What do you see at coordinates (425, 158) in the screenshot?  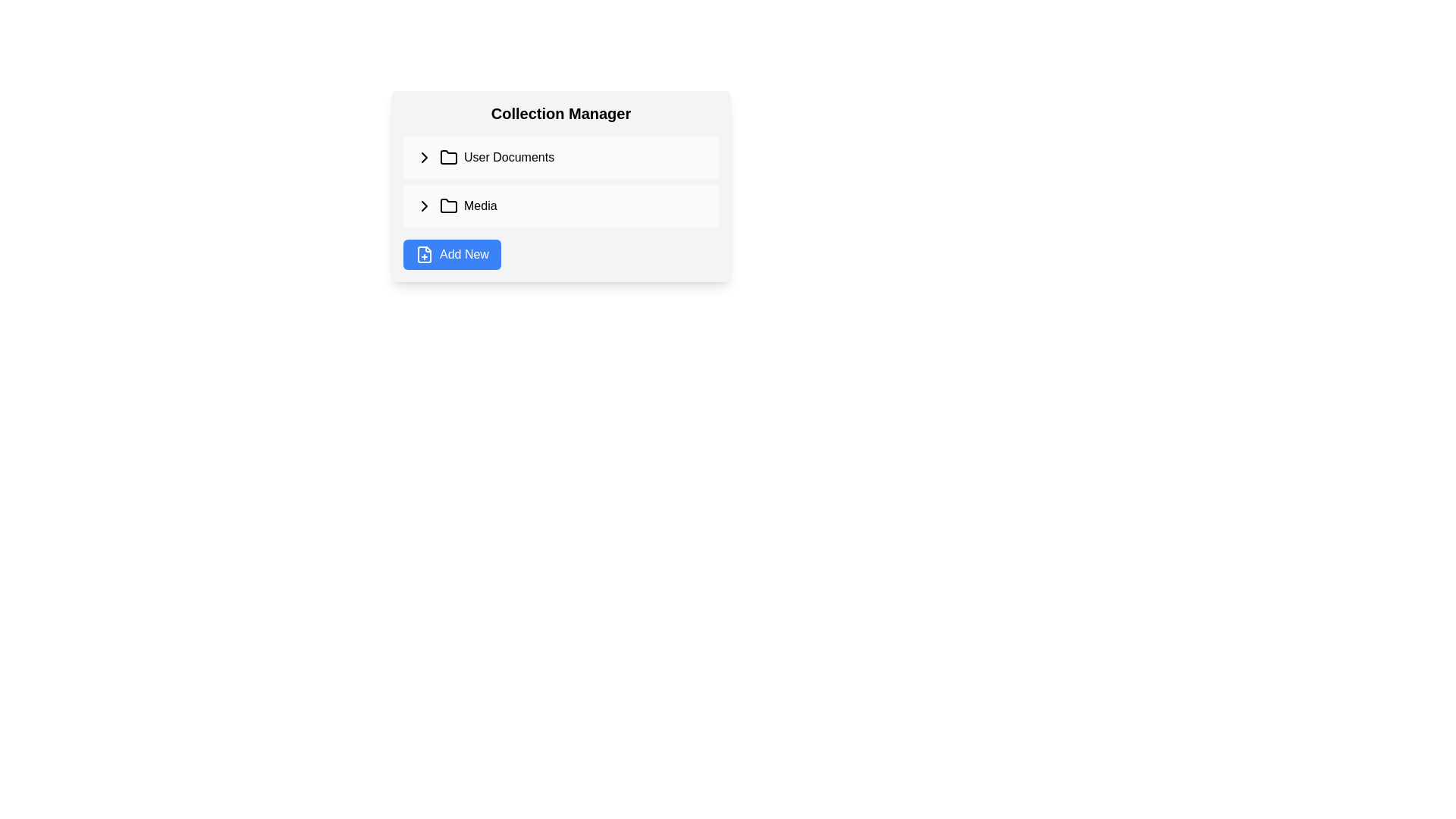 I see `the right-facing chevron button located to the left of the 'User Documents' label` at bounding box center [425, 158].